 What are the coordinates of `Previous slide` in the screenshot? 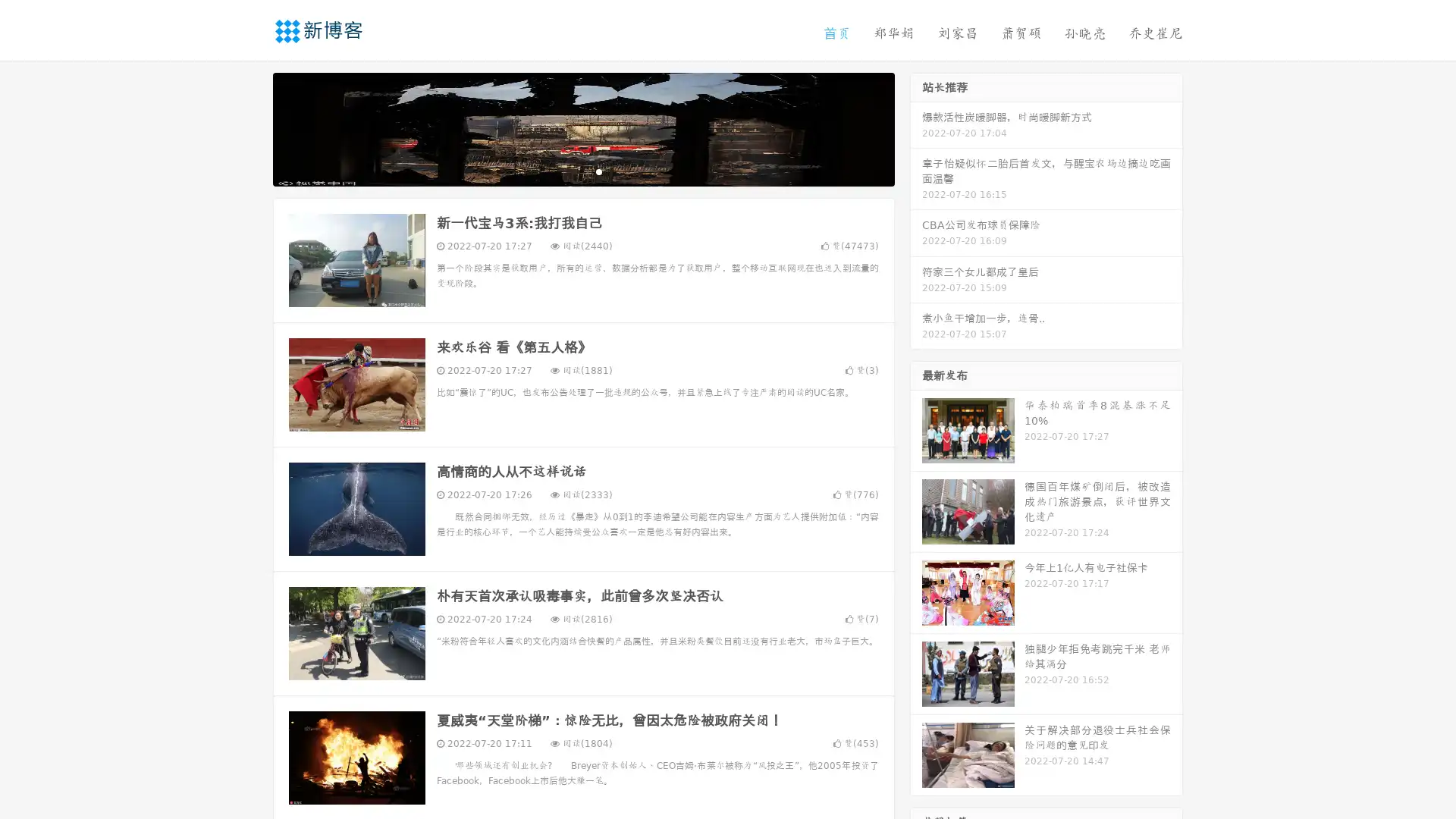 It's located at (250, 127).